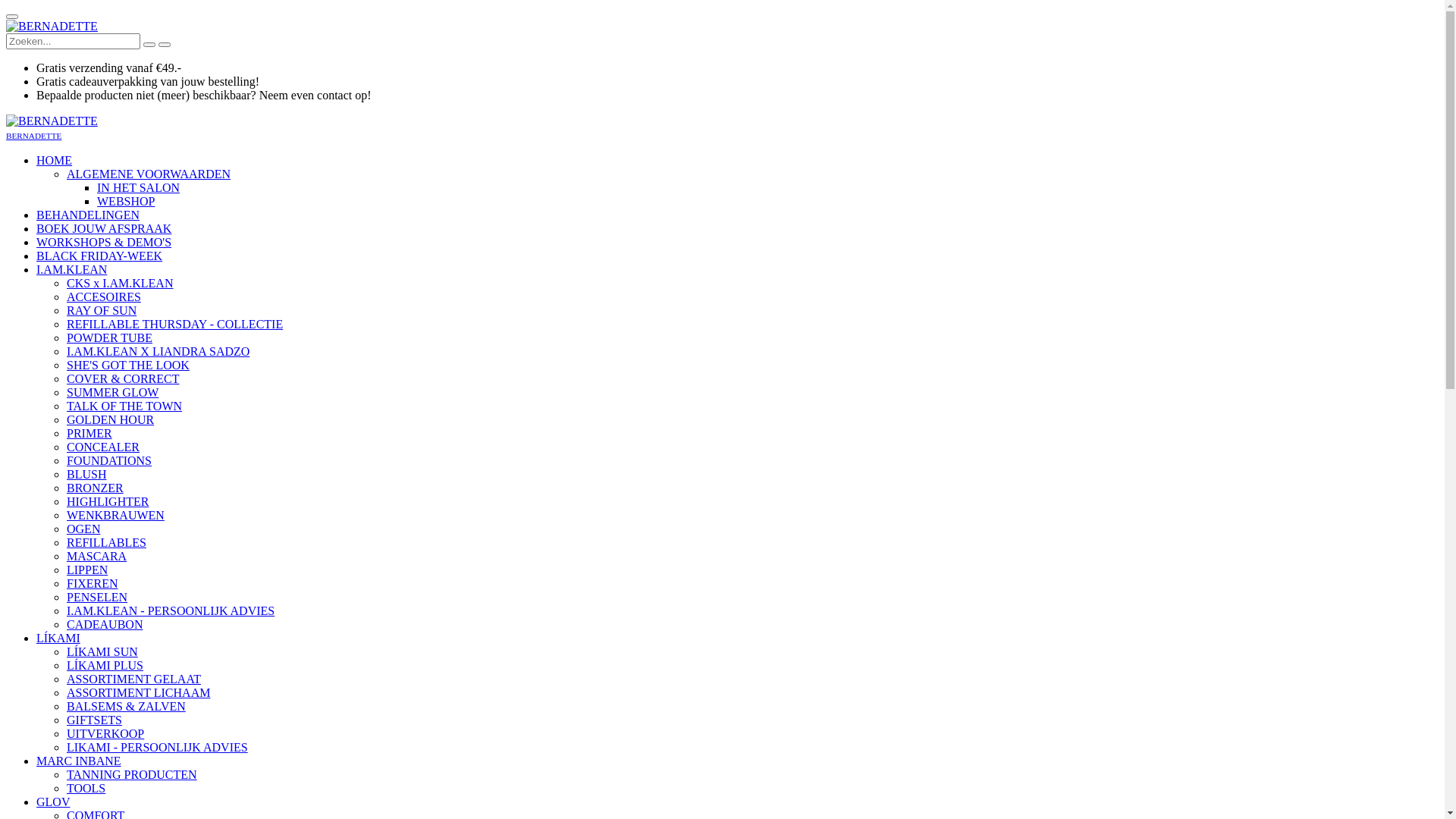 The width and height of the screenshot is (1456, 819). I want to click on 'TALK OF THE TOWN', so click(124, 405).